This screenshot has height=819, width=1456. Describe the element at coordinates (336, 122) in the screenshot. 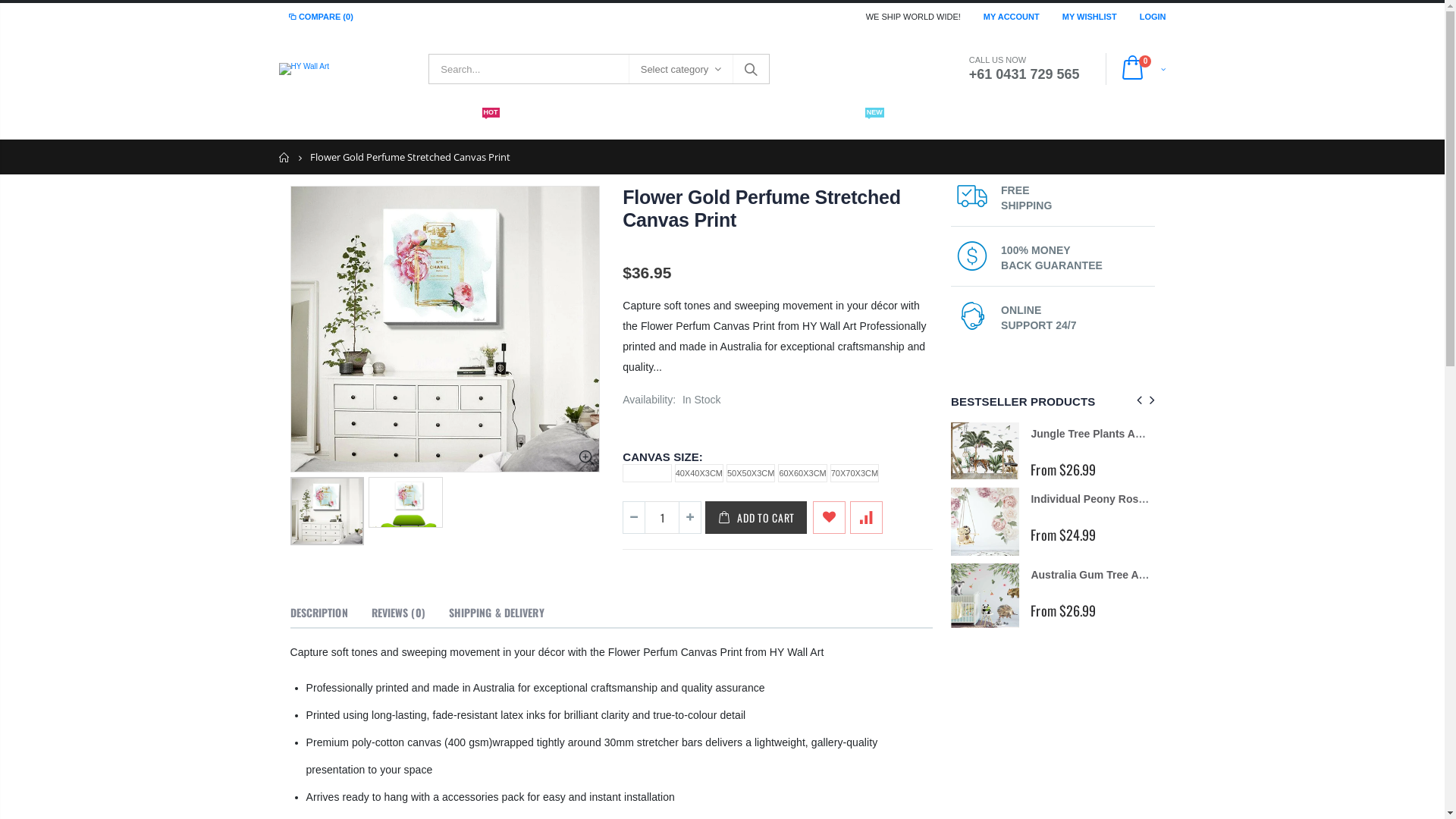

I see `'FEATURED'` at that location.